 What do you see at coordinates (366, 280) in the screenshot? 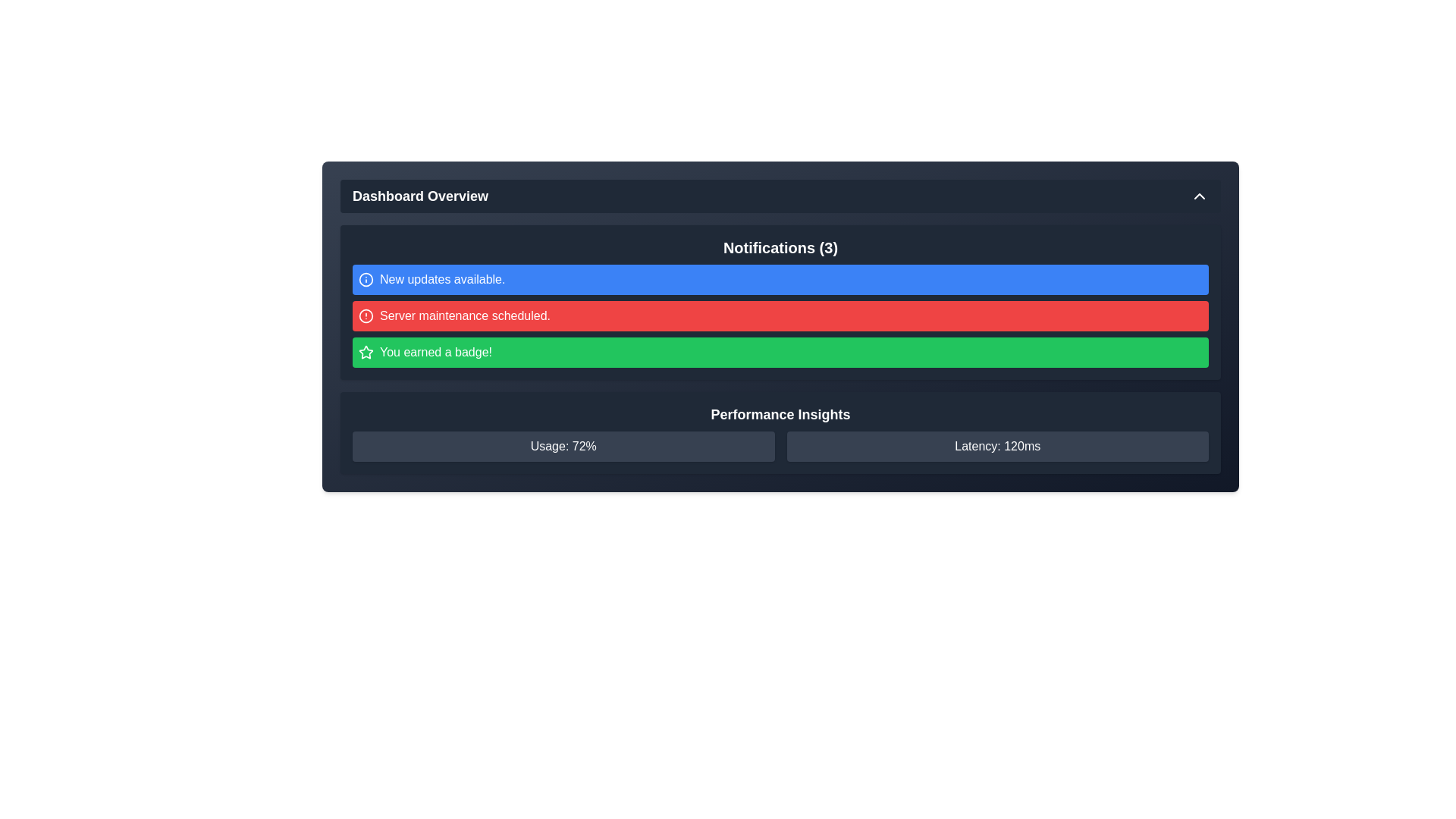
I see `the SVG icon located on the left side of the blue notification bar that indicates 'New updates available.'` at bounding box center [366, 280].